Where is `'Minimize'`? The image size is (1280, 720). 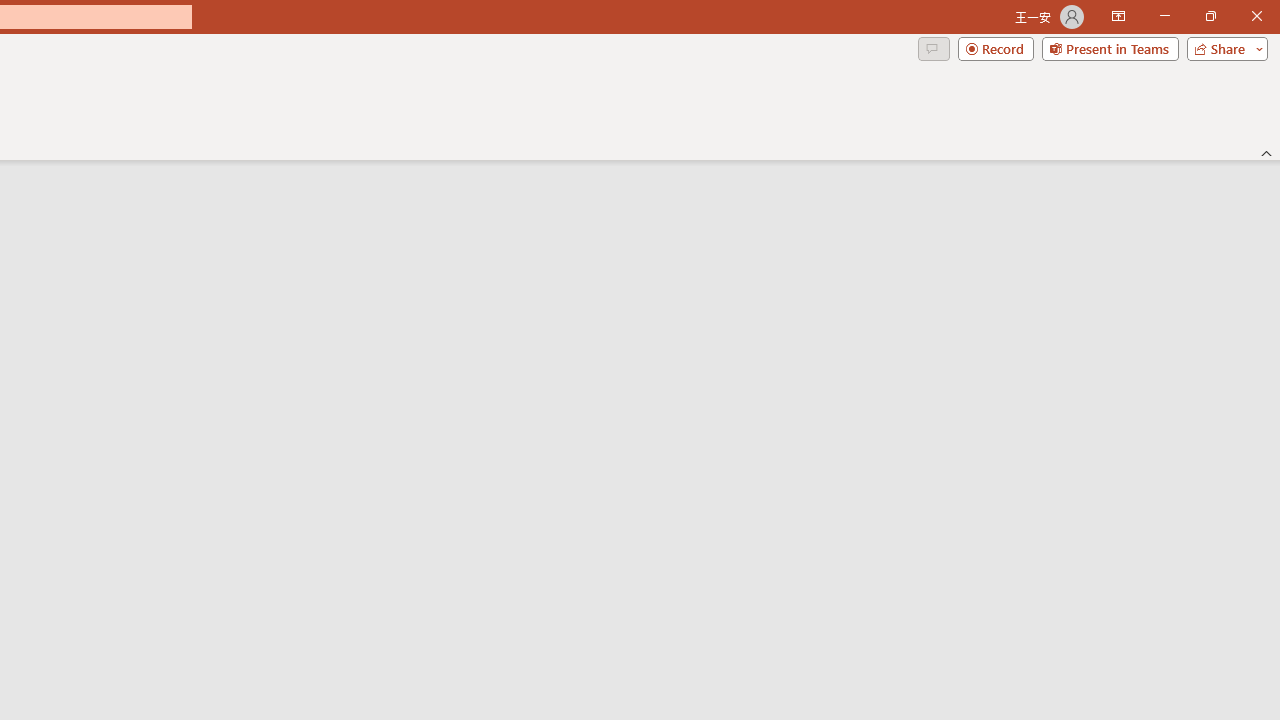 'Minimize' is located at coordinates (1164, 16).